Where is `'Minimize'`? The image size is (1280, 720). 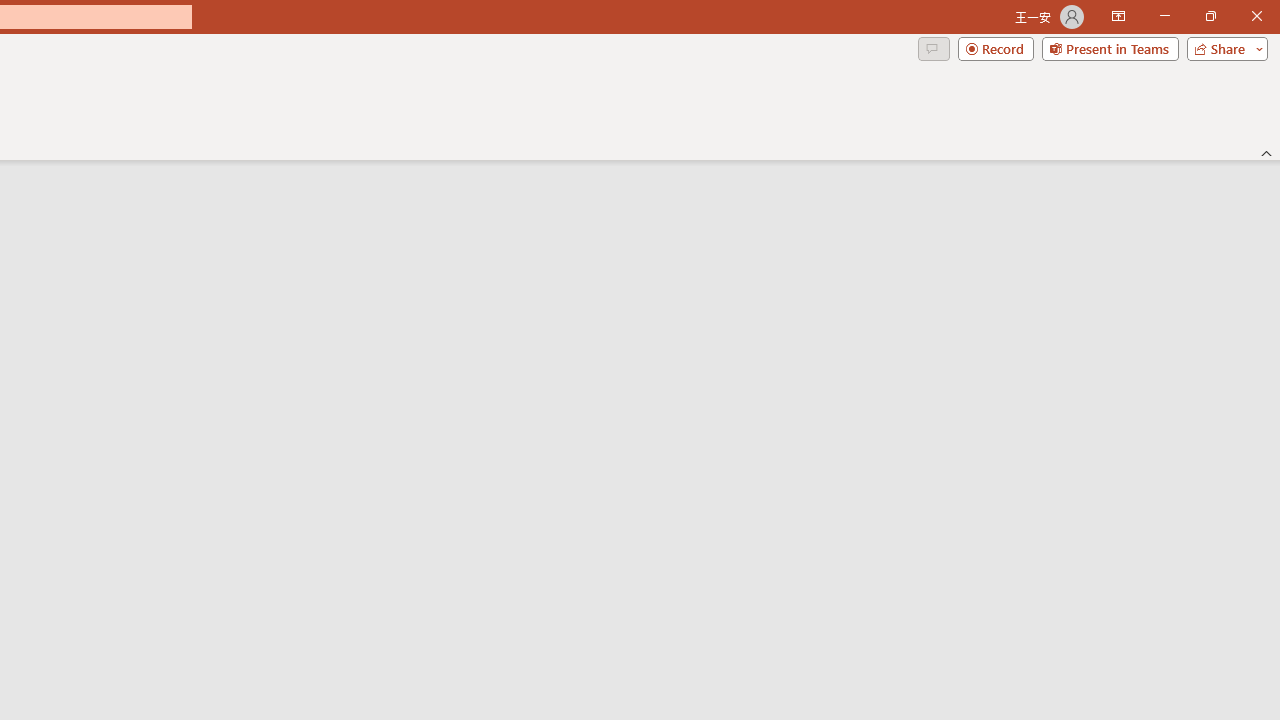 'Minimize' is located at coordinates (1164, 16).